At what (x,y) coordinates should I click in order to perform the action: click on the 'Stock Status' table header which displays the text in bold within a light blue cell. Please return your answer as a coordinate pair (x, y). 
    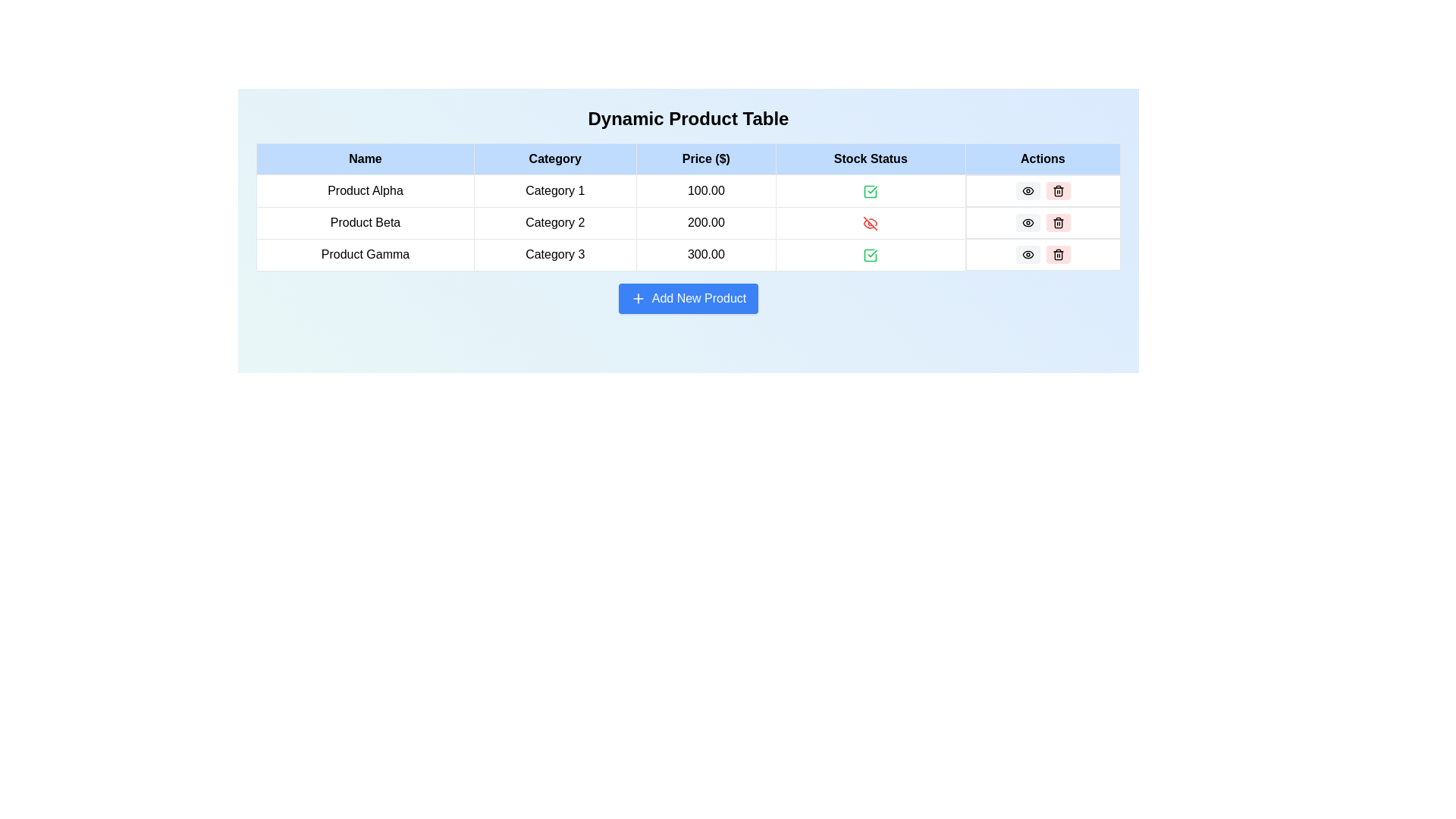
    Looking at the image, I should click on (871, 158).